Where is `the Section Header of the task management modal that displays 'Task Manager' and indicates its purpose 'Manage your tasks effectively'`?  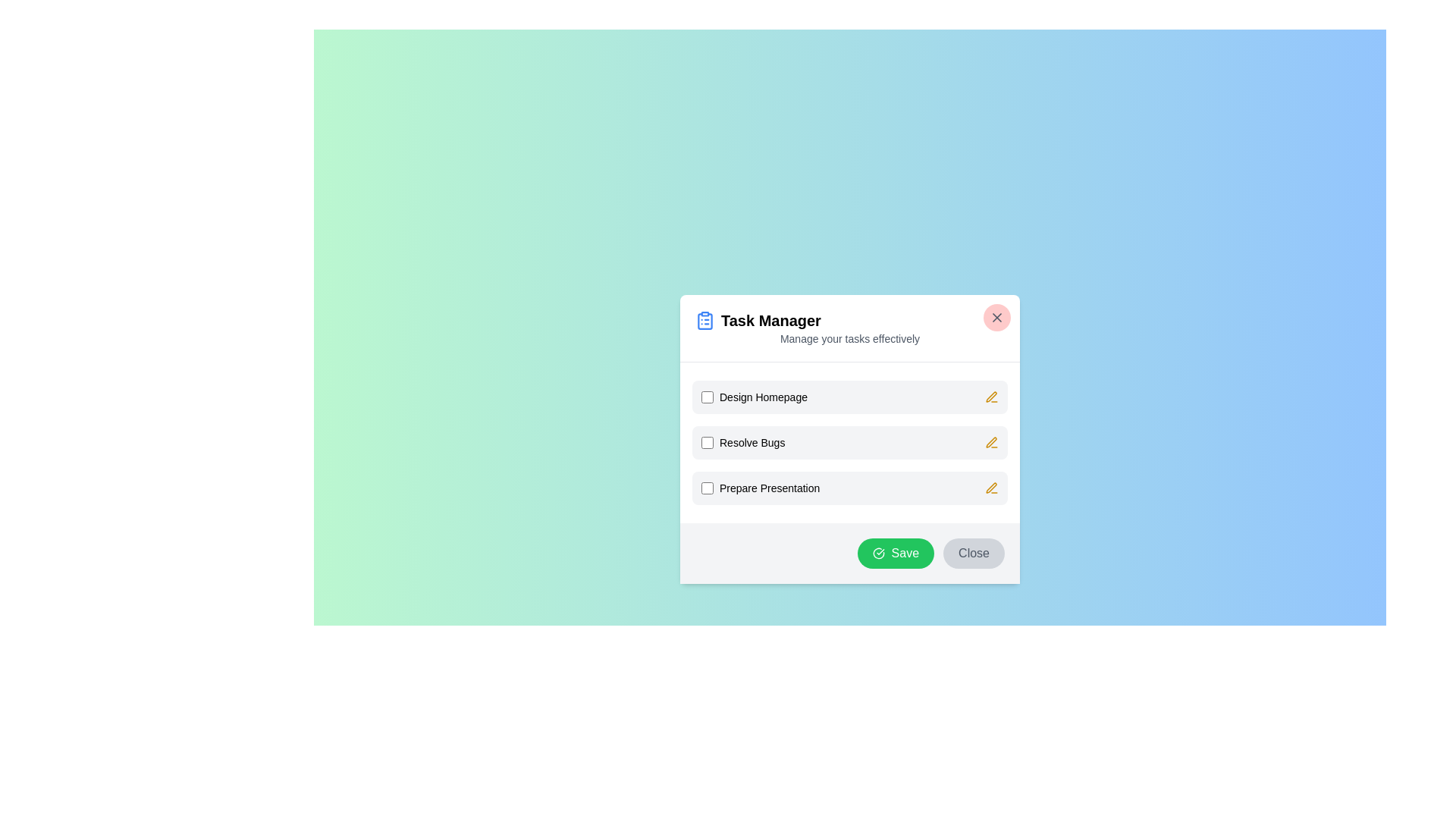 the Section Header of the task management modal that displays 'Task Manager' and indicates its purpose 'Manage your tasks effectively' is located at coordinates (850, 327).